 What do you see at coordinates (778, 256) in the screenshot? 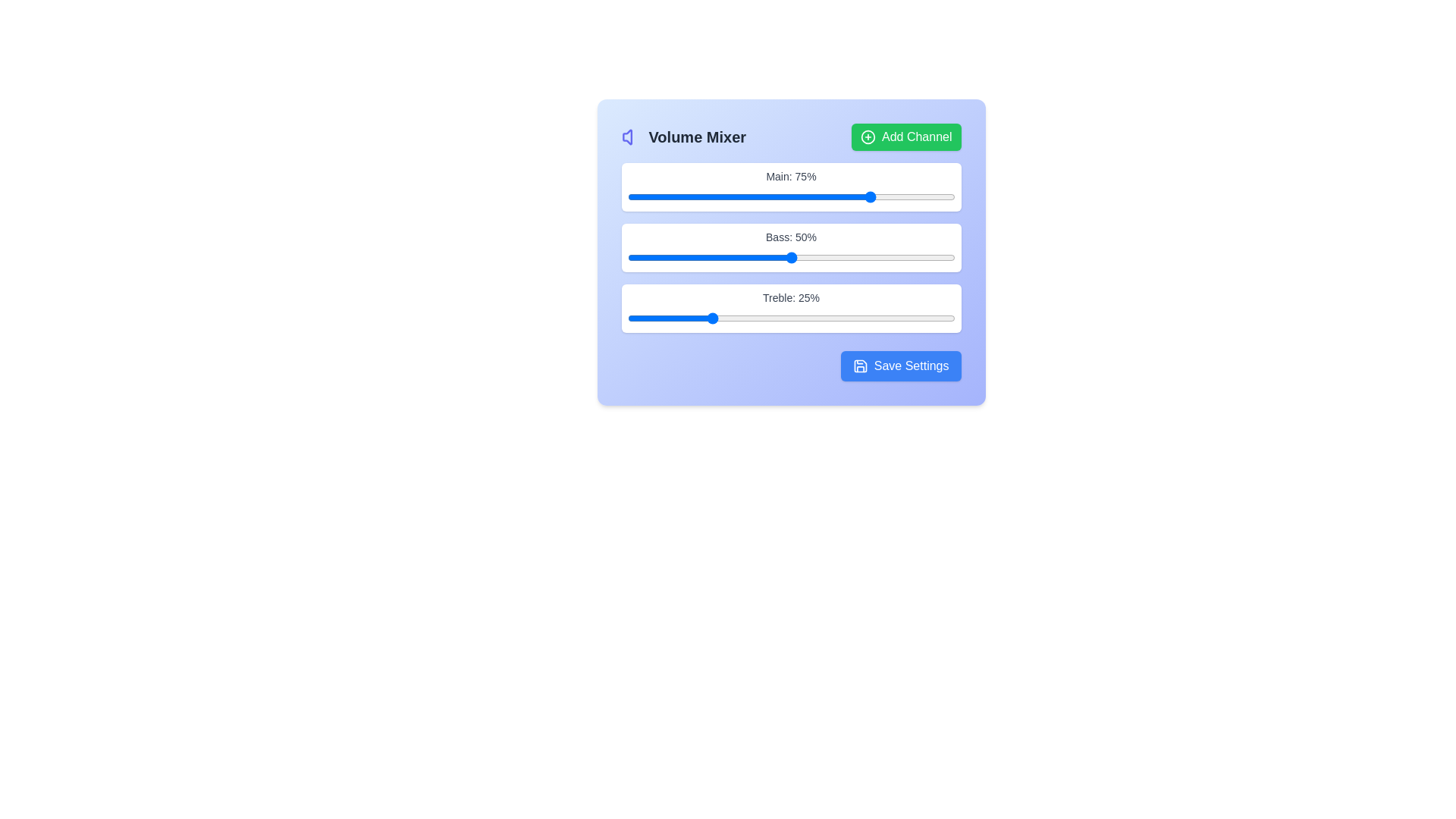
I see `bass level` at bounding box center [778, 256].